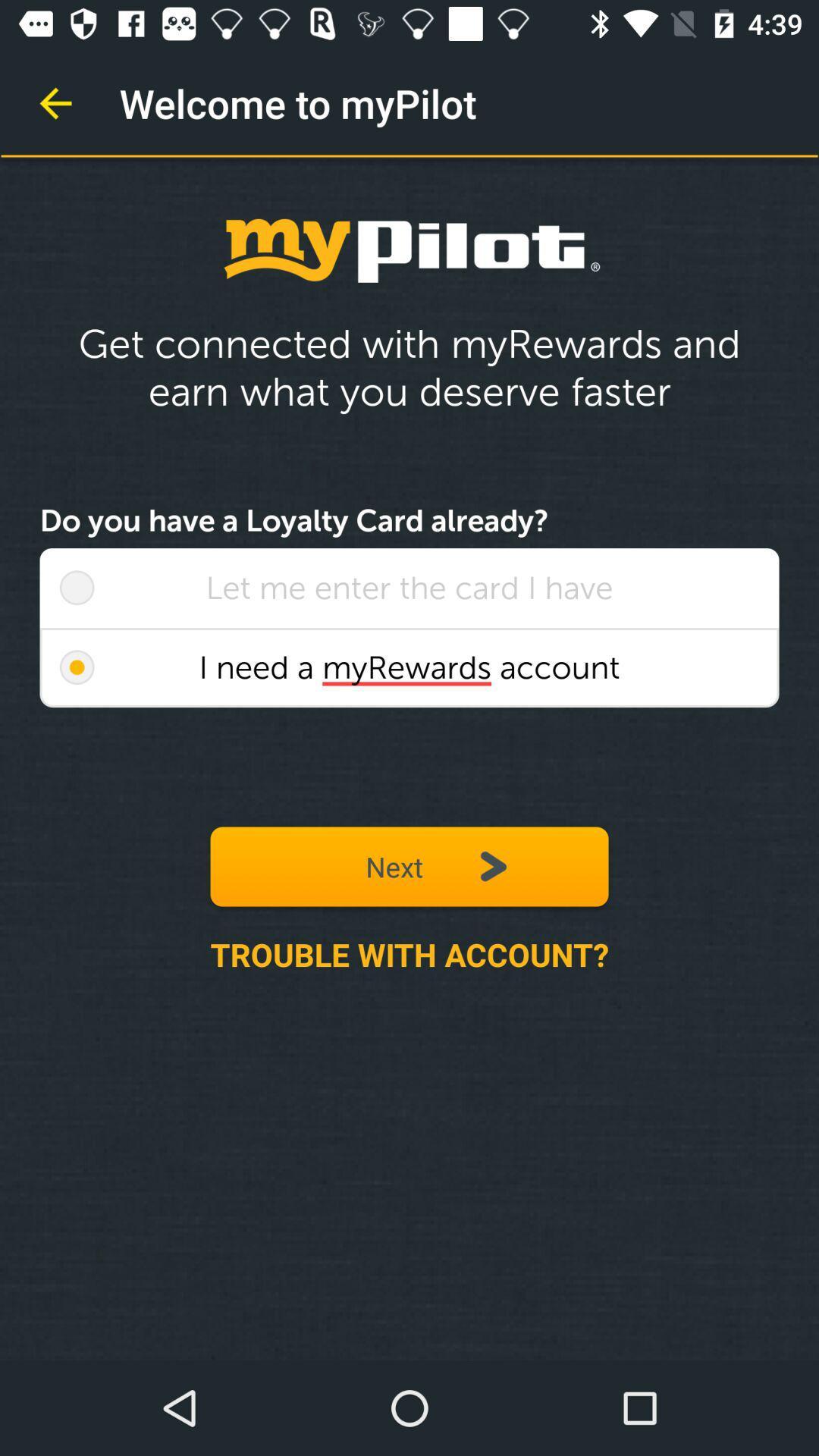  I want to click on trouble with account? item, so click(409, 953).